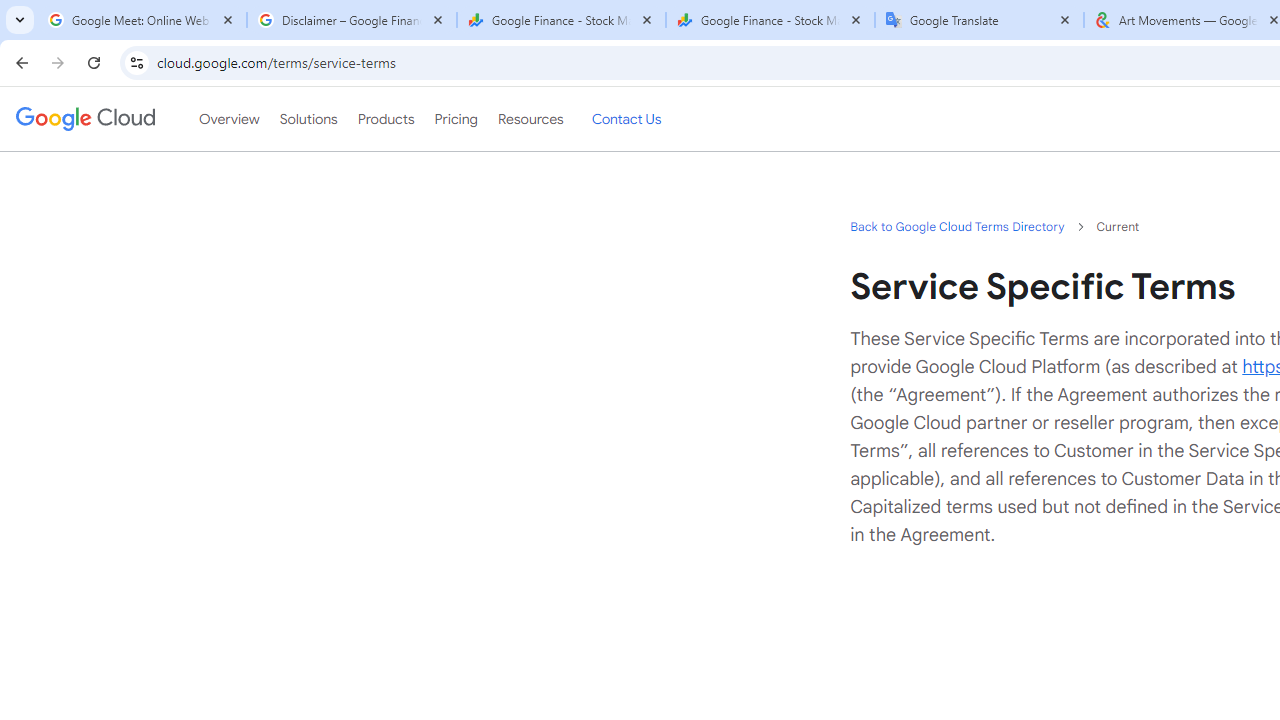 This screenshot has width=1280, height=720. I want to click on 'Back to Google Cloud Terms Directory', so click(956, 225).